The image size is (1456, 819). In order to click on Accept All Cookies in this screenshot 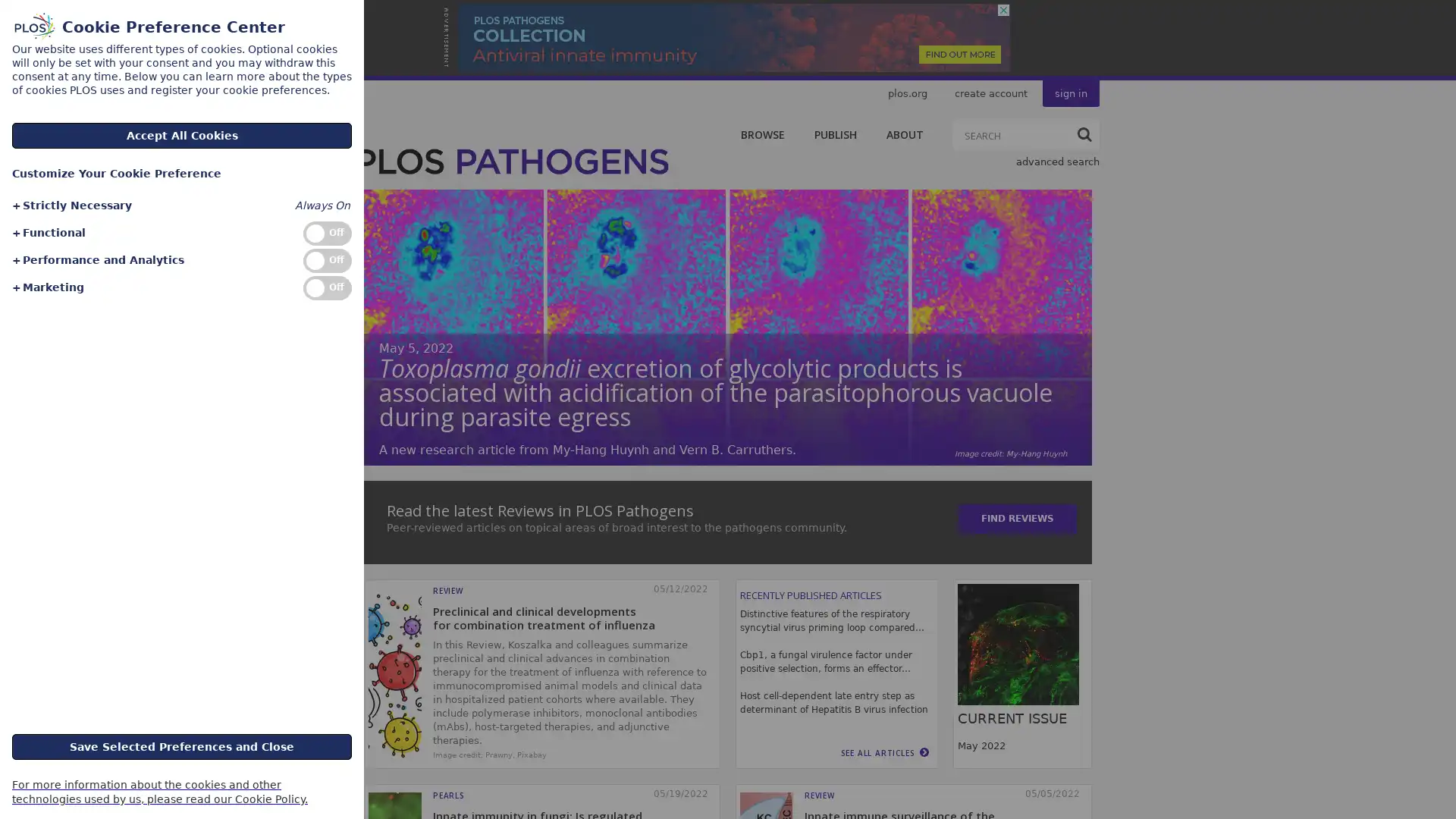, I will do `click(182, 134)`.